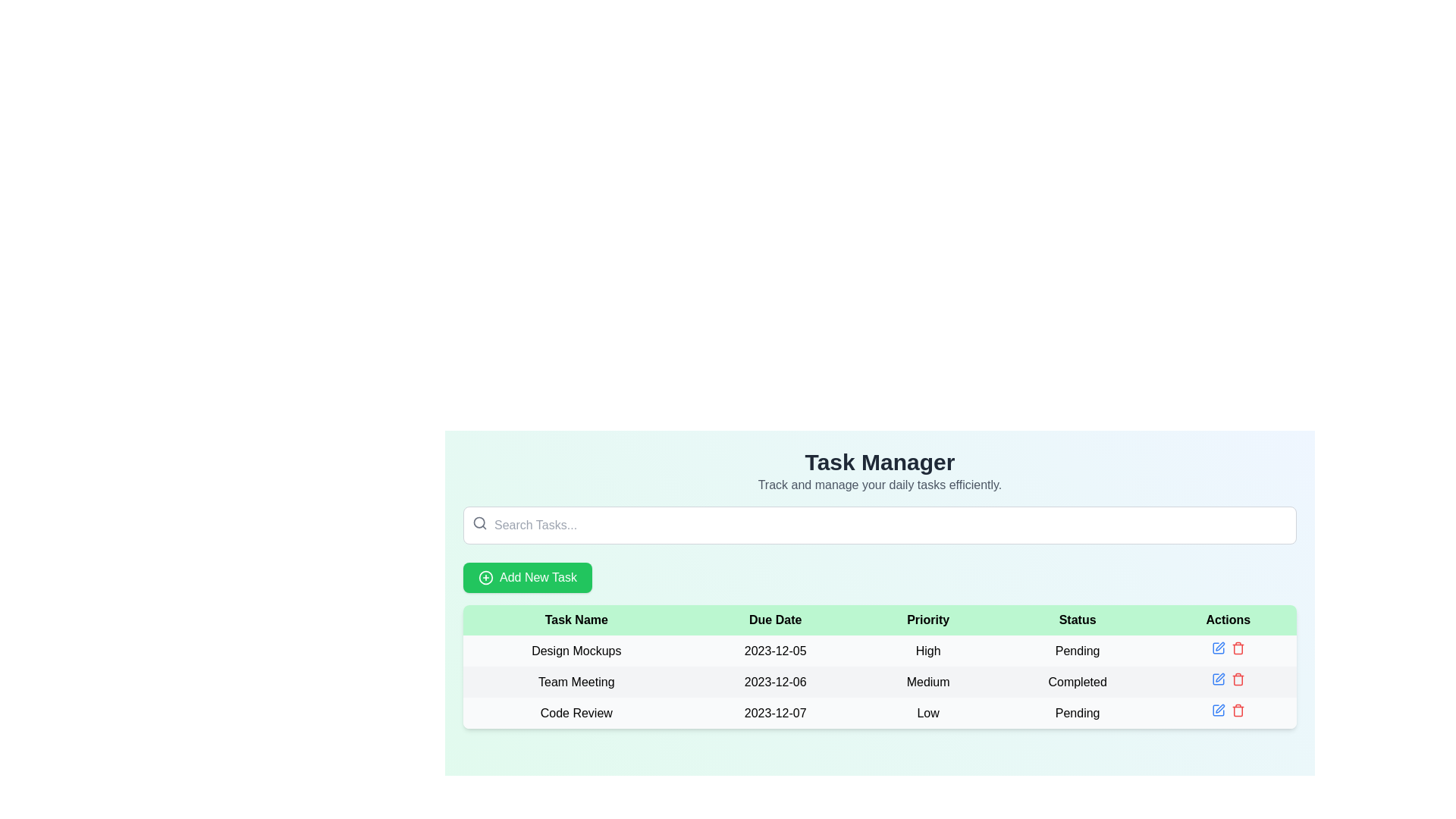  Describe the element at coordinates (1220, 646) in the screenshot. I see `the edit icon located in the 'Actions' column of the first row of the task table` at that location.